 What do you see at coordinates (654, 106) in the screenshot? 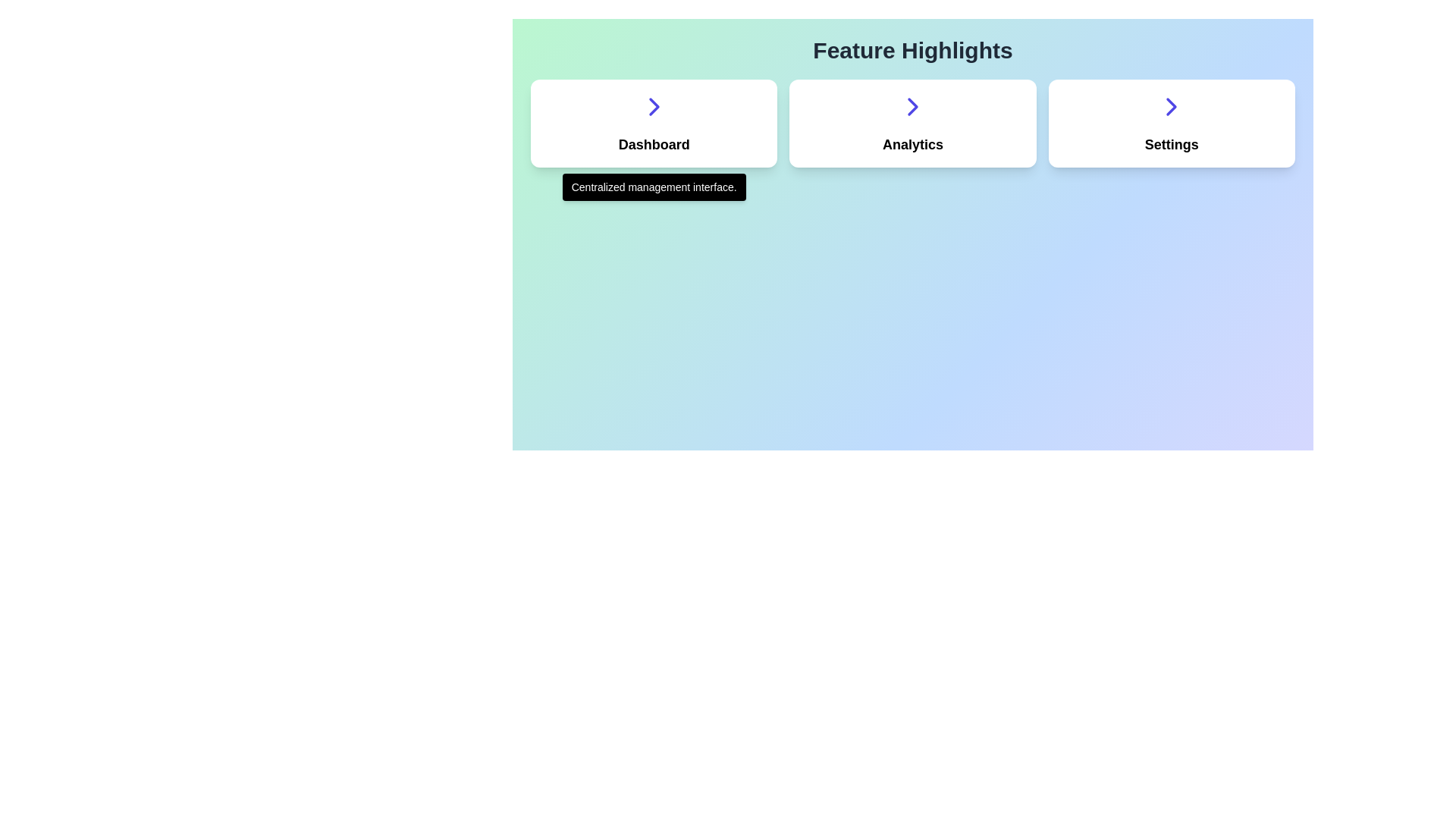
I see `the right-facing chevron arrow icon located at the center of the left card labeled 'Dashboard'` at bounding box center [654, 106].